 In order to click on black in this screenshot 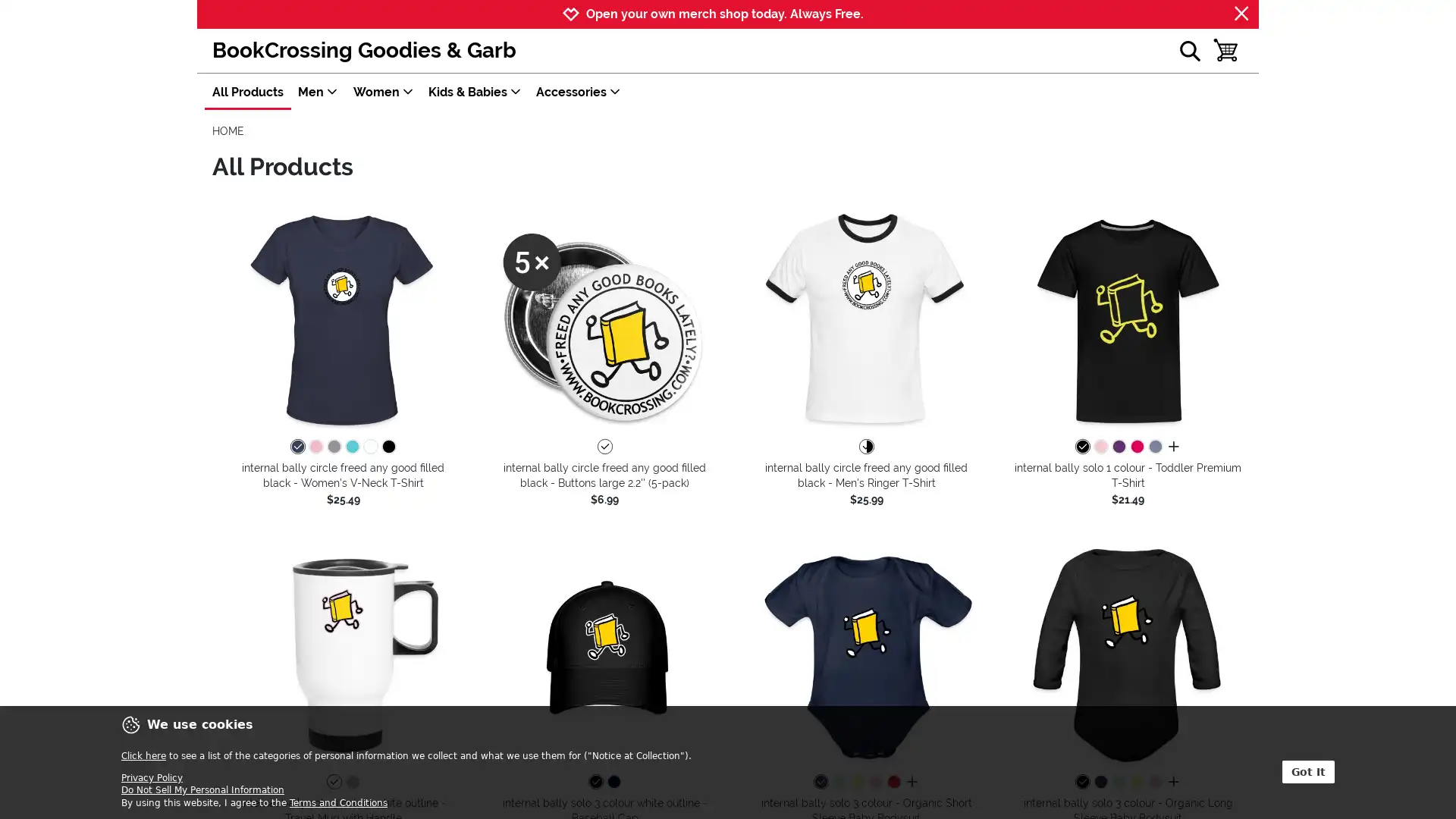, I will do `click(388, 447)`.